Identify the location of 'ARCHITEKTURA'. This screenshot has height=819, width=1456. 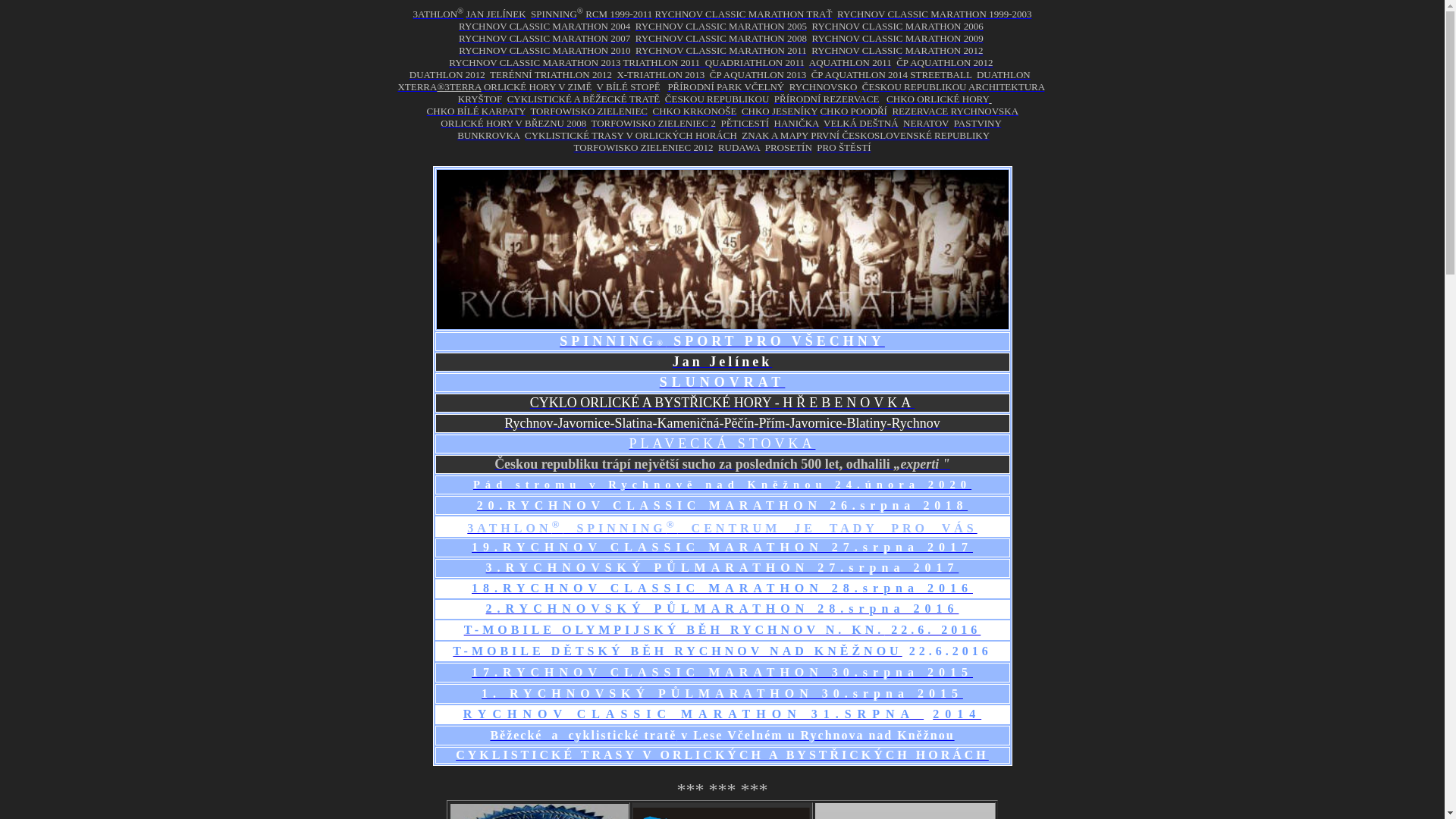
(1006, 86).